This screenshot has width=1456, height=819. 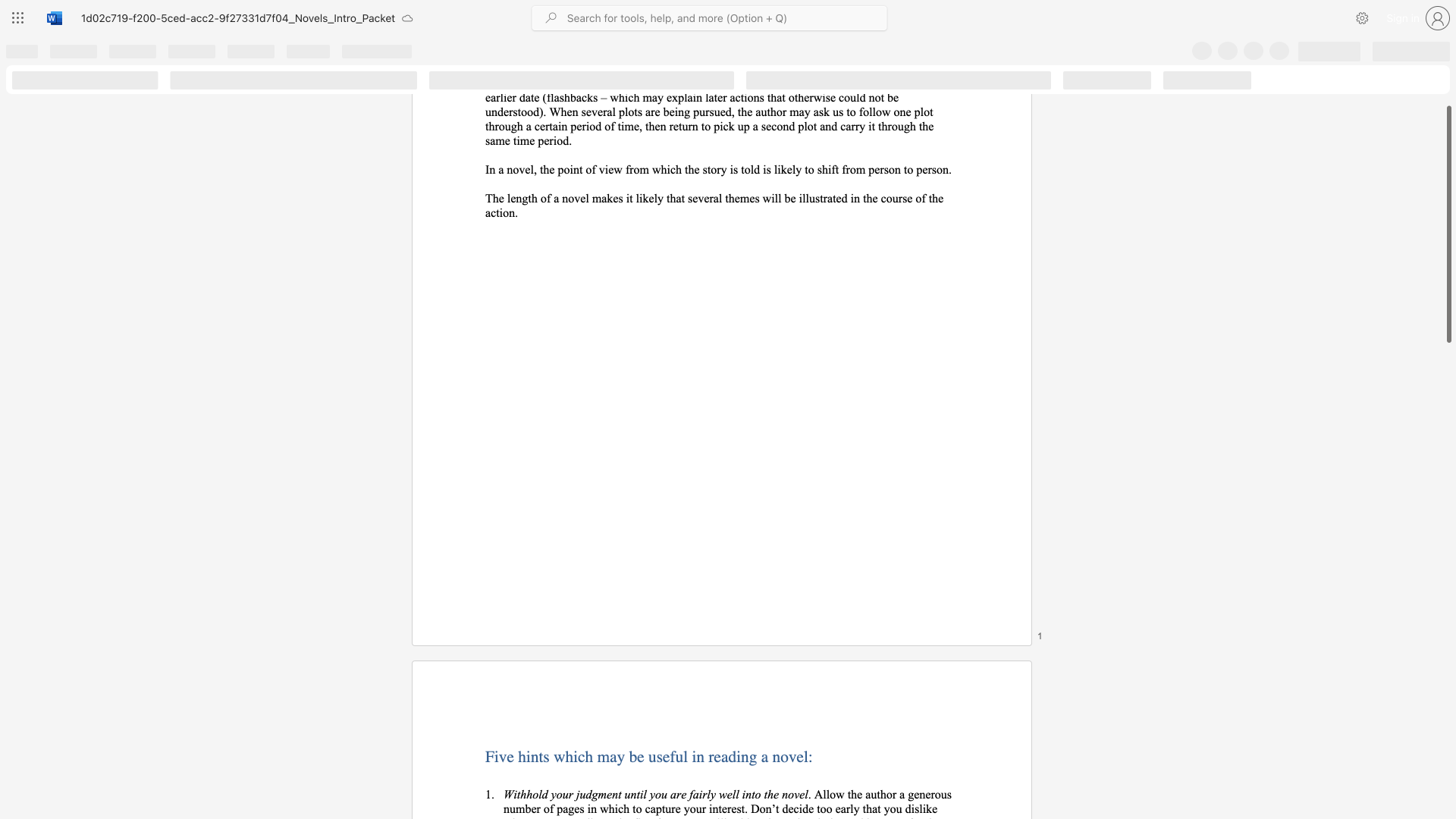 What do you see at coordinates (1448, 224) in the screenshot?
I see `the scrollbar and move up 220 pixels` at bounding box center [1448, 224].